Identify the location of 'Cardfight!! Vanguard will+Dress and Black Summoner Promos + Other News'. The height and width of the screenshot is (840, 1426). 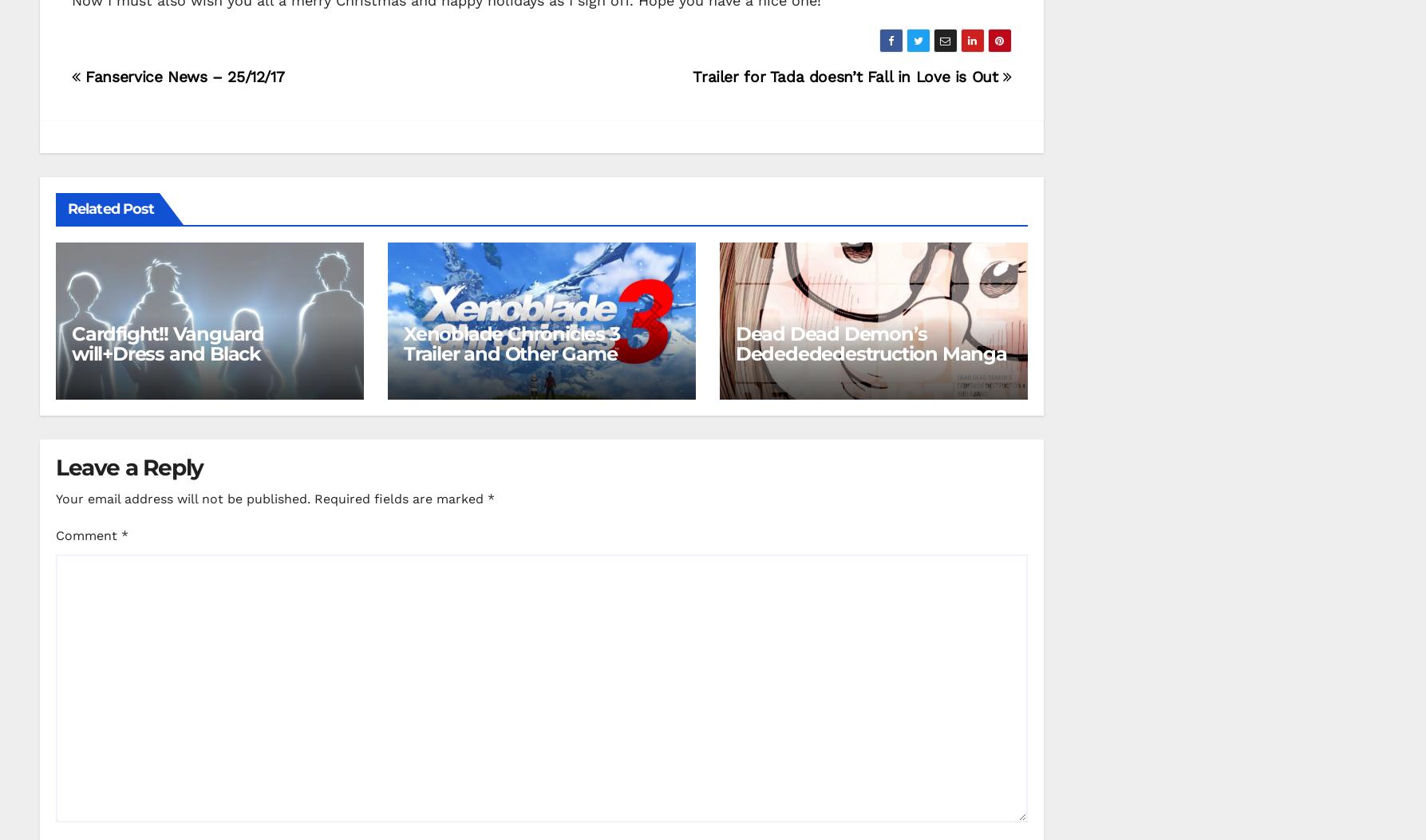
(72, 362).